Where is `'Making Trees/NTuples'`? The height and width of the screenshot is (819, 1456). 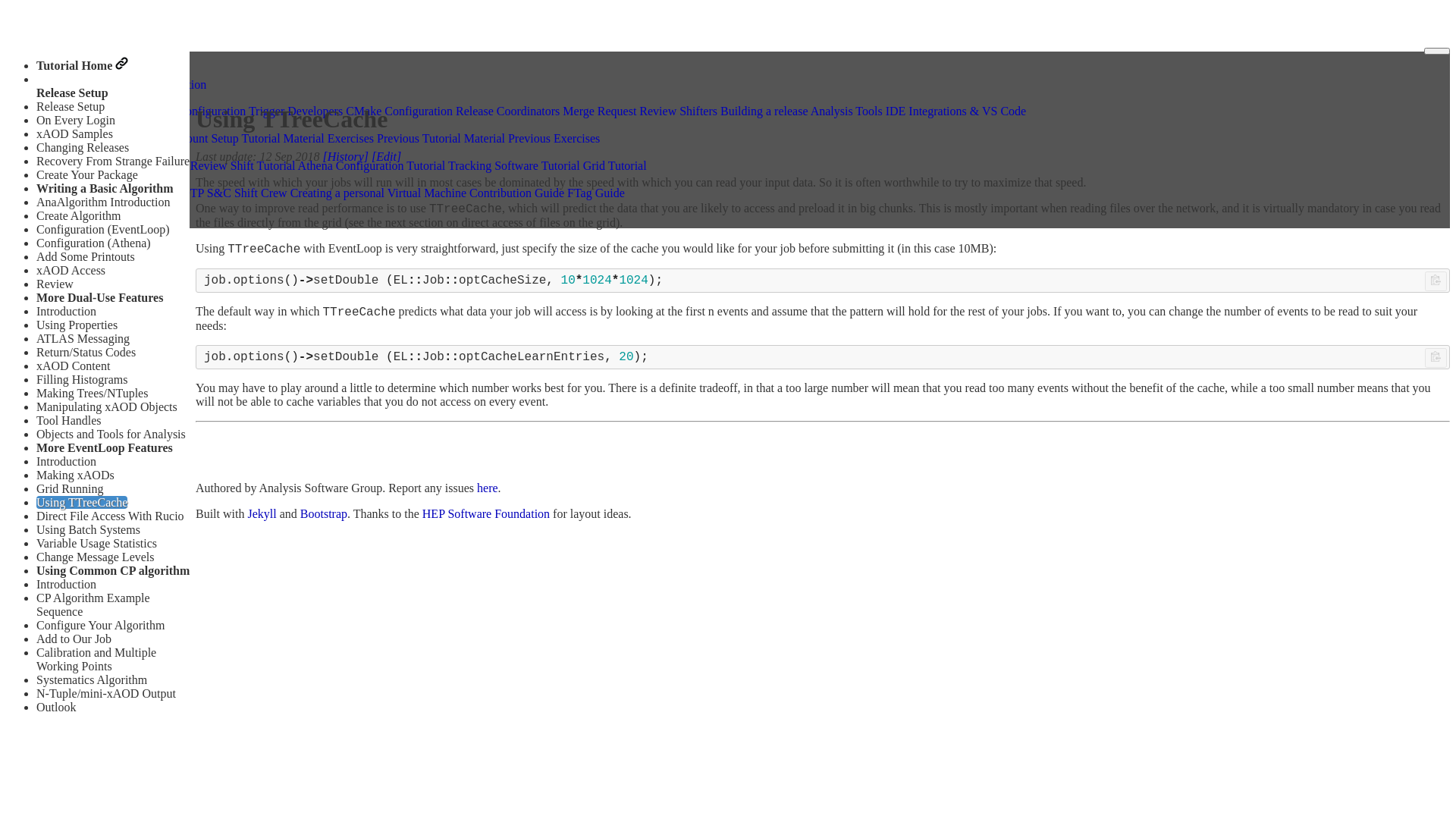 'Making Trees/NTuples' is located at coordinates (91, 392).